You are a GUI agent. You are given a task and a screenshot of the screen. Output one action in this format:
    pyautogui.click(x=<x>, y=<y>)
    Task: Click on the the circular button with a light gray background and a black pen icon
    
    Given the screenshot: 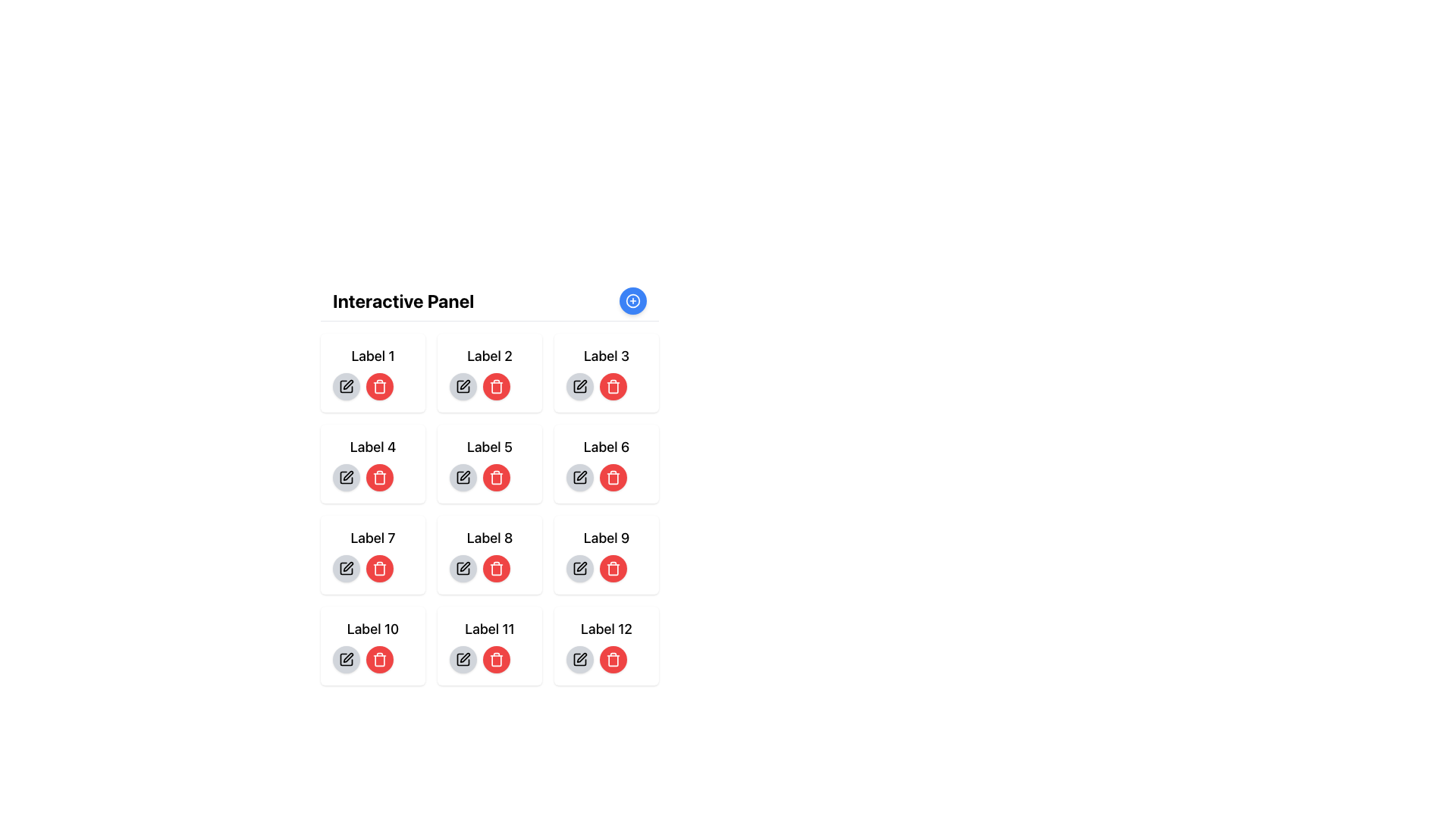 What is the action you would take?
    pyautogui.click(x=345, y=385)
    